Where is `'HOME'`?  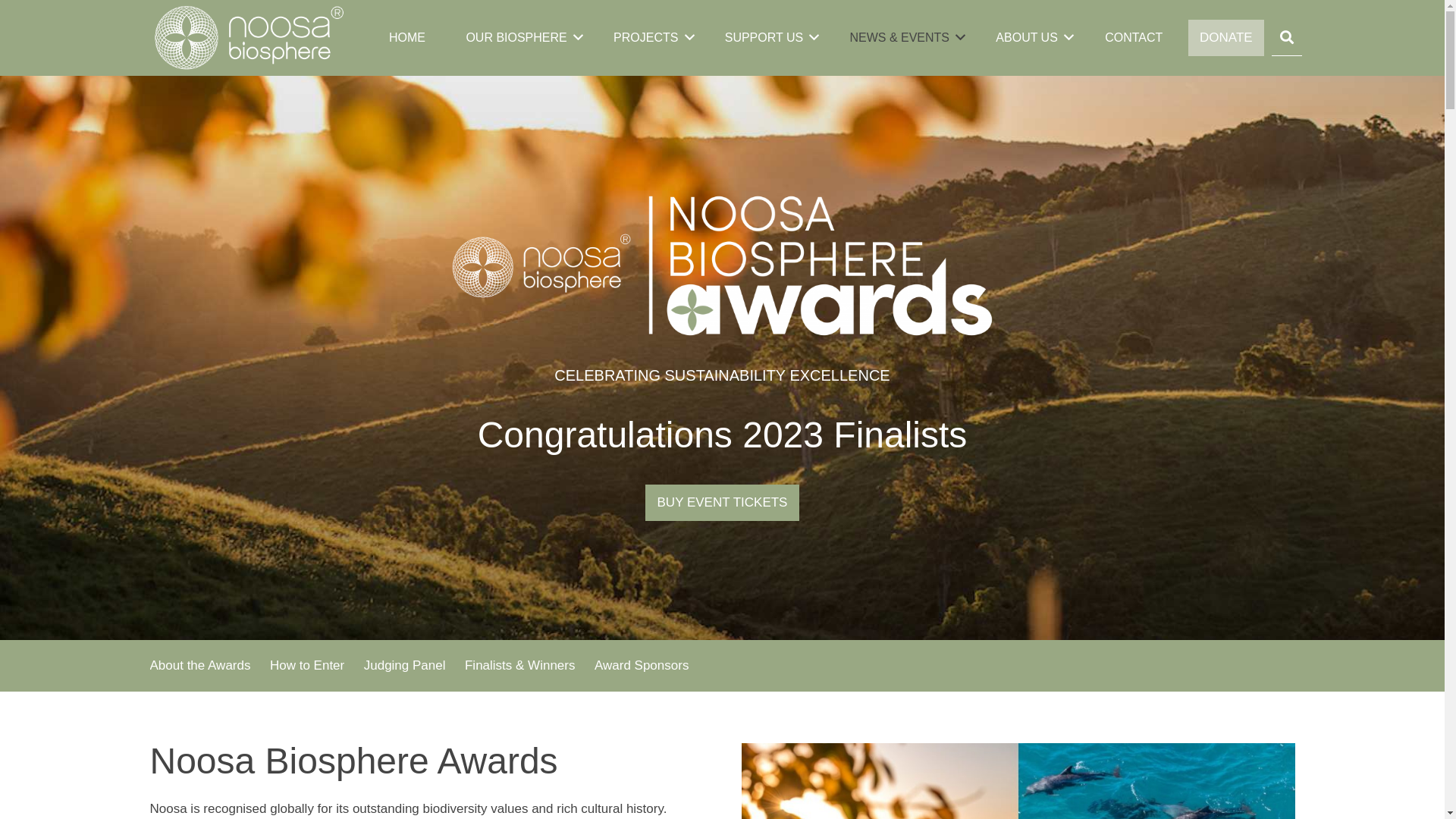 'HOME' is located at coordinates (381, 37).